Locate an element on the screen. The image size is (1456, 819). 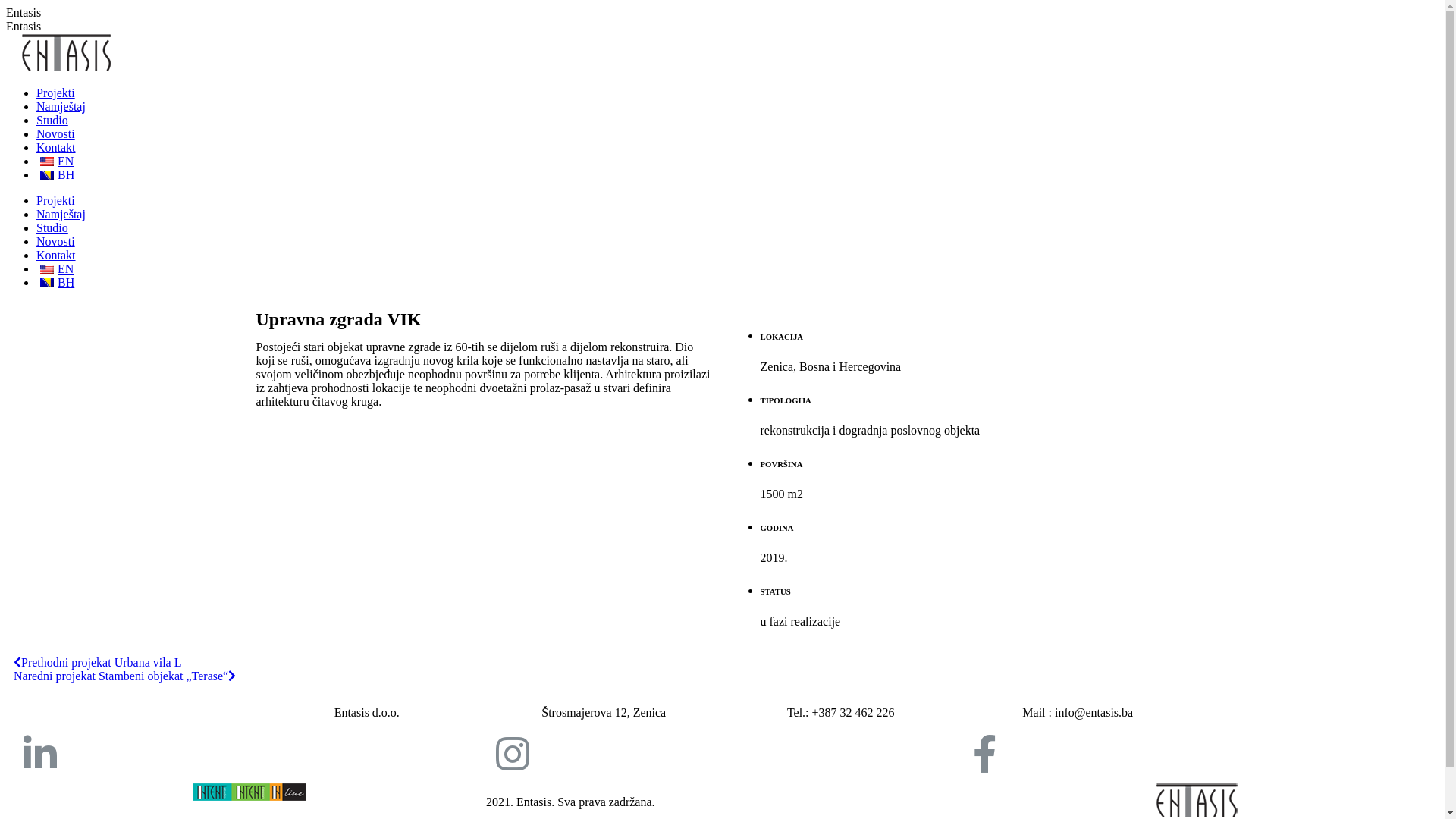
'English' is located at coordinates (39, 268).